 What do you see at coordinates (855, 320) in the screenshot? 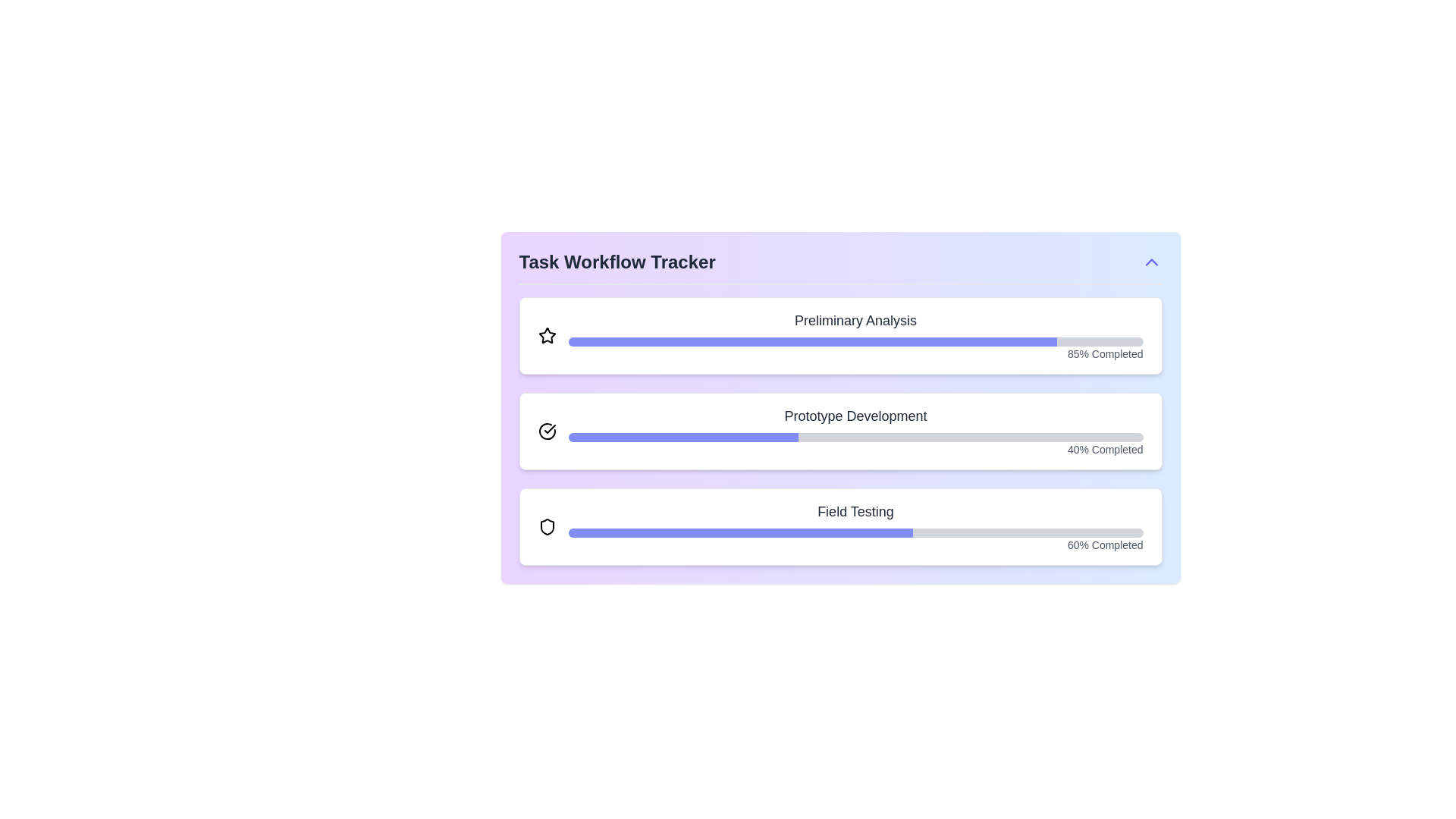
I see `the 'Preliminary Analysis' text label, which is prominently displayed in a large, bold font within the task workflow tracker interface` at bounding box center [855, 320].